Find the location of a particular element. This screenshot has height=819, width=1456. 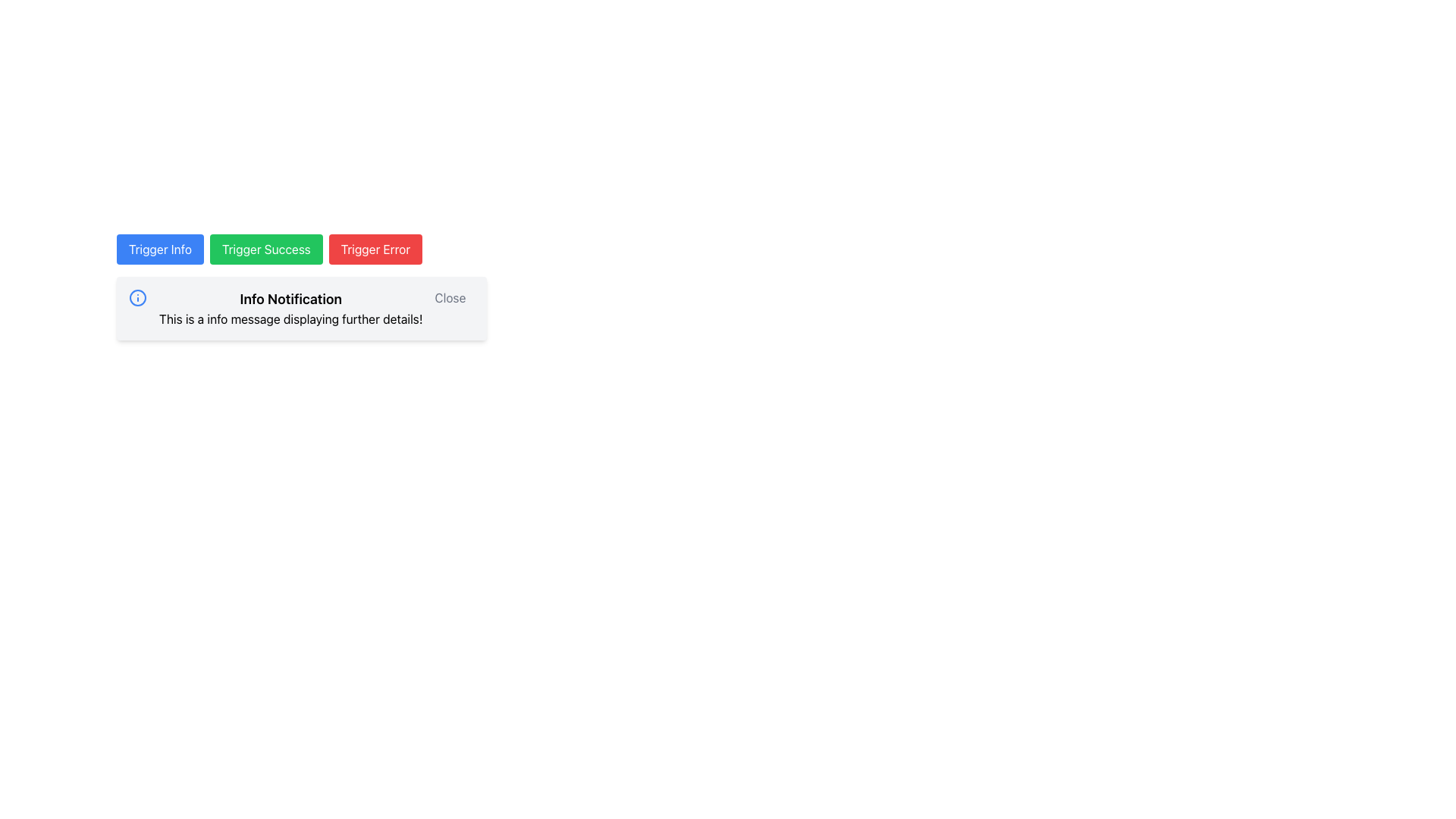

the second button in a horizontal row of three buttons, located between the blue 'Trigger Info' button and the red 'Trigger Error' button is located at coordinates (302, 248).